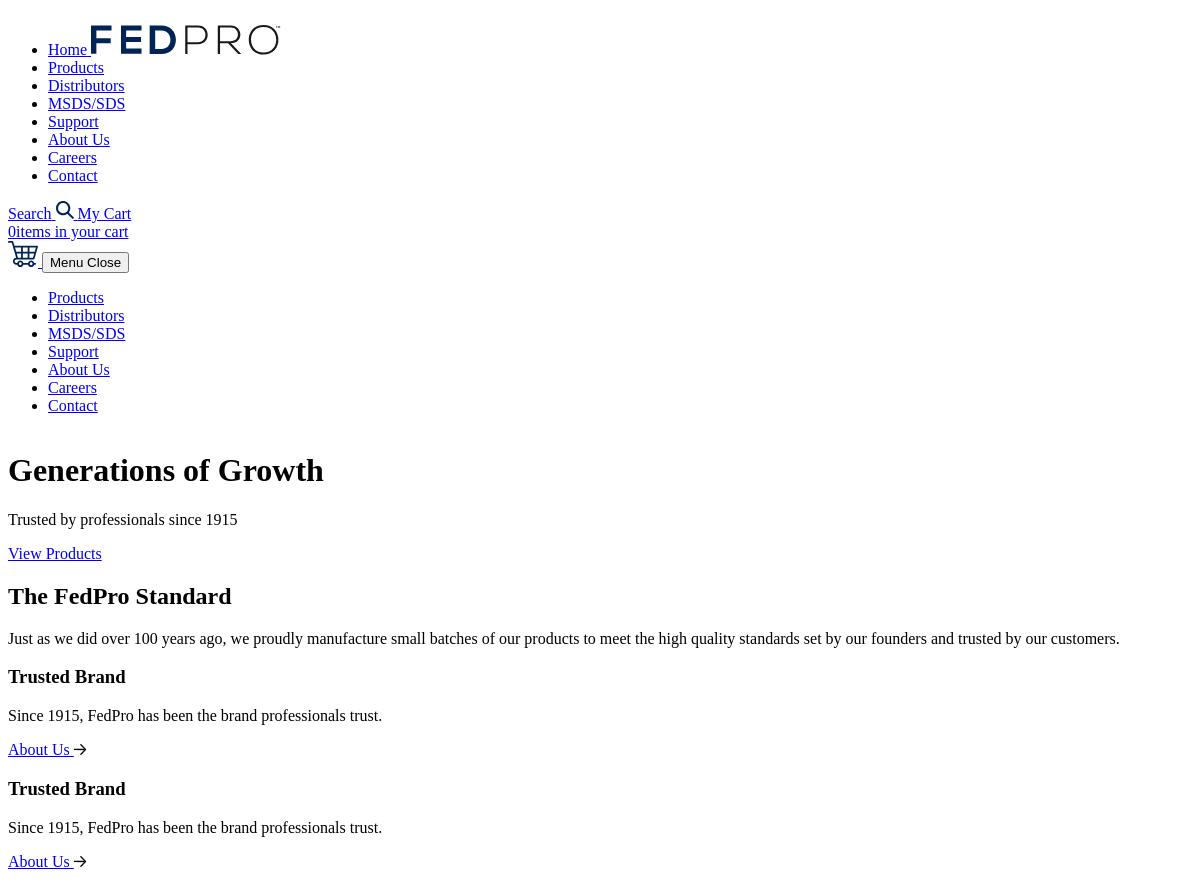  I want to click on 'Close', so click(87, 262).